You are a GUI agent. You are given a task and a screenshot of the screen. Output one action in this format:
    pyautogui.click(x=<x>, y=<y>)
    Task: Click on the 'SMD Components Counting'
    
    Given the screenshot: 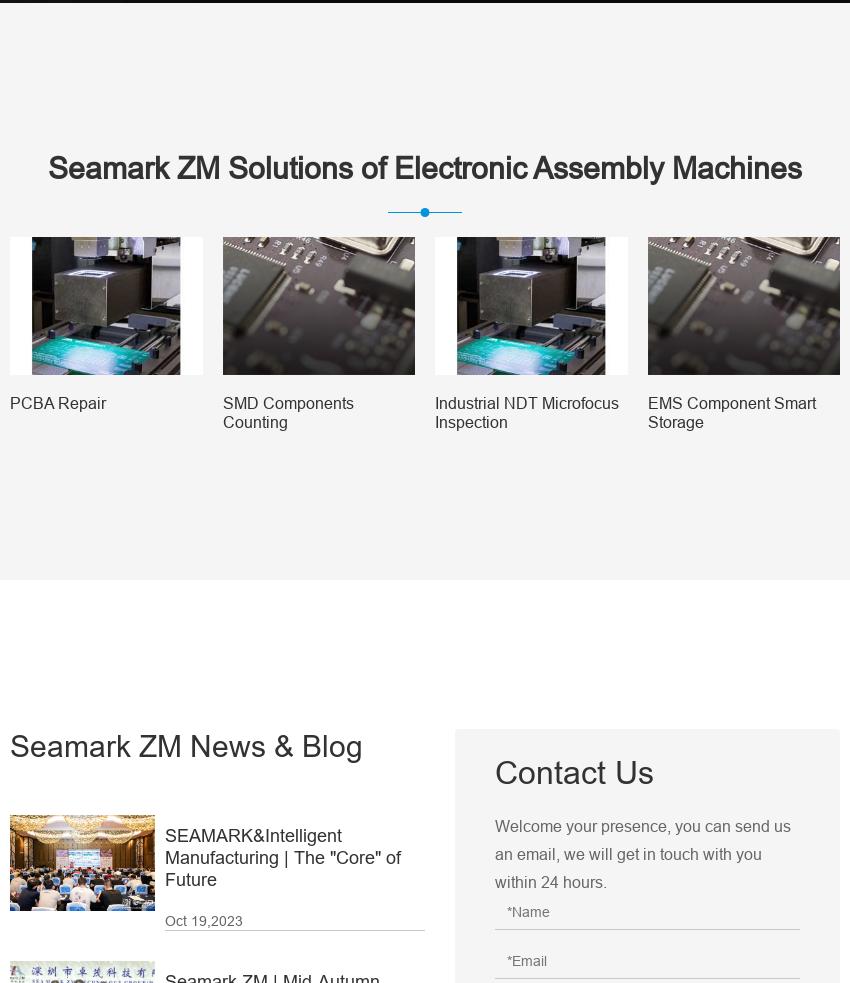 What is the action you would take?
    pyautogui.click(x=222, y=411)
    